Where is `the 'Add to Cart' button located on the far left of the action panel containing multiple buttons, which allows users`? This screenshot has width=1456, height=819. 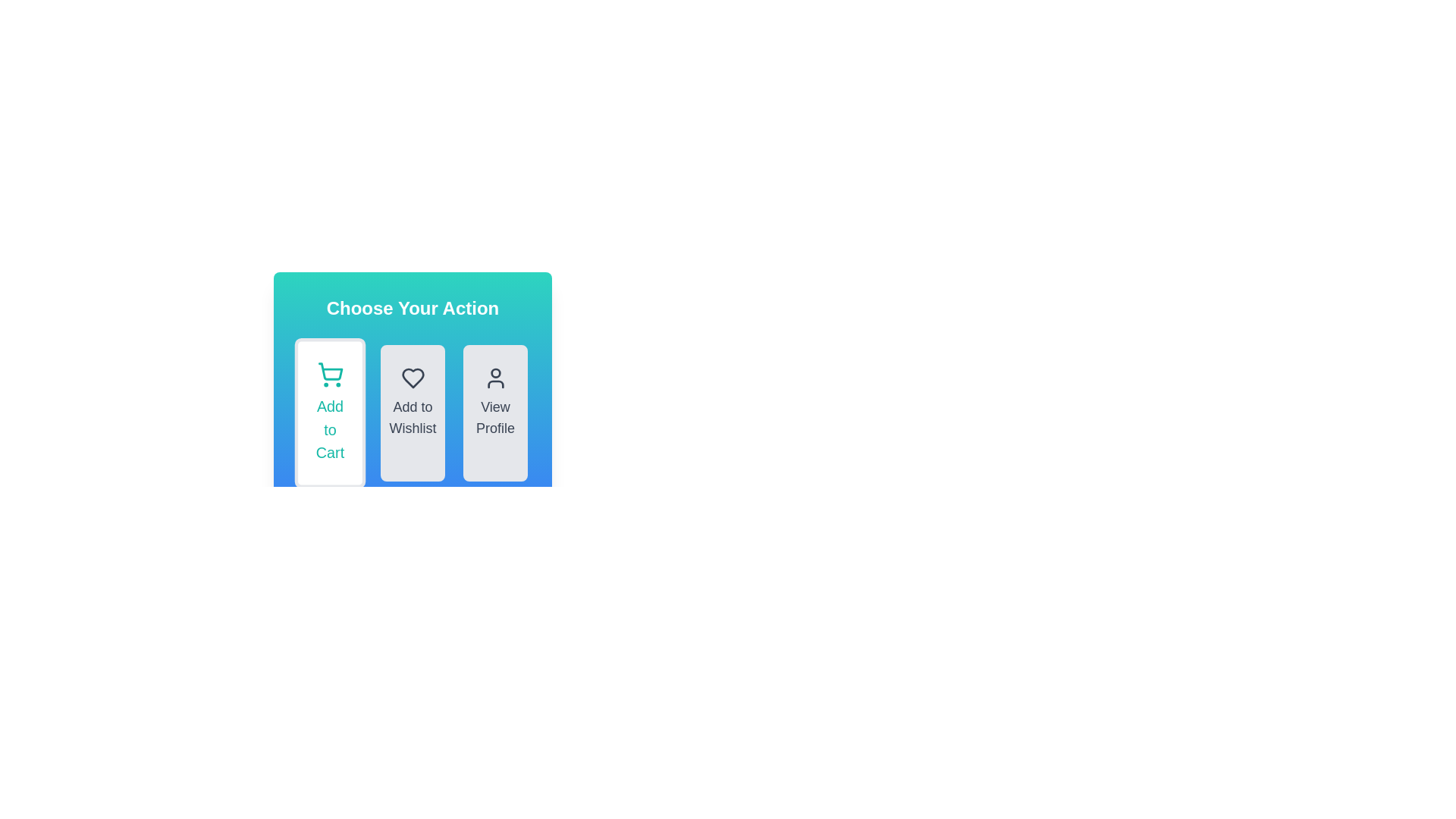
the 'Add to Cart' button located on the far left of the action panel containing multiple buttons, which allows users is located at coordinates (413, 370).